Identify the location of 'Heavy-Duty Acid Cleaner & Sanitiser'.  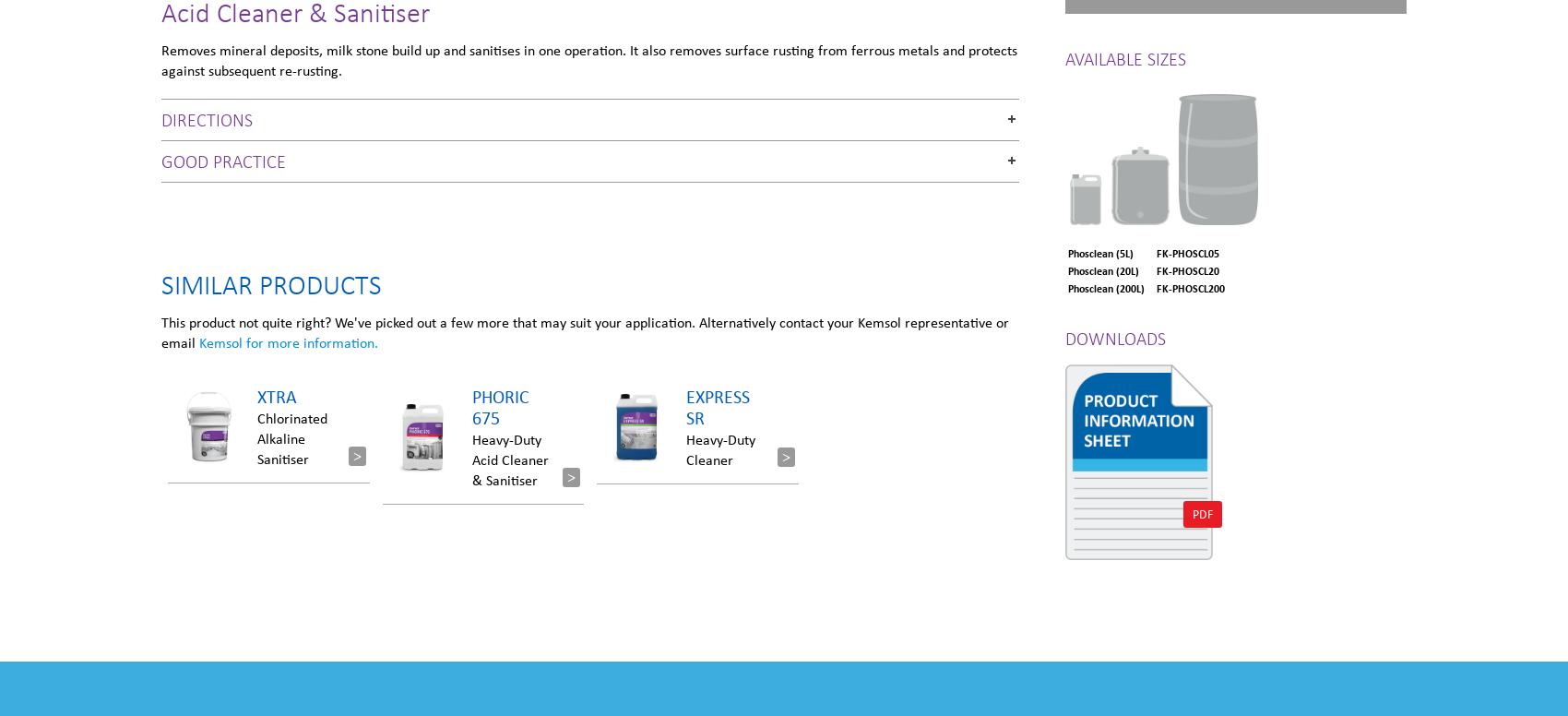
(471, 459).